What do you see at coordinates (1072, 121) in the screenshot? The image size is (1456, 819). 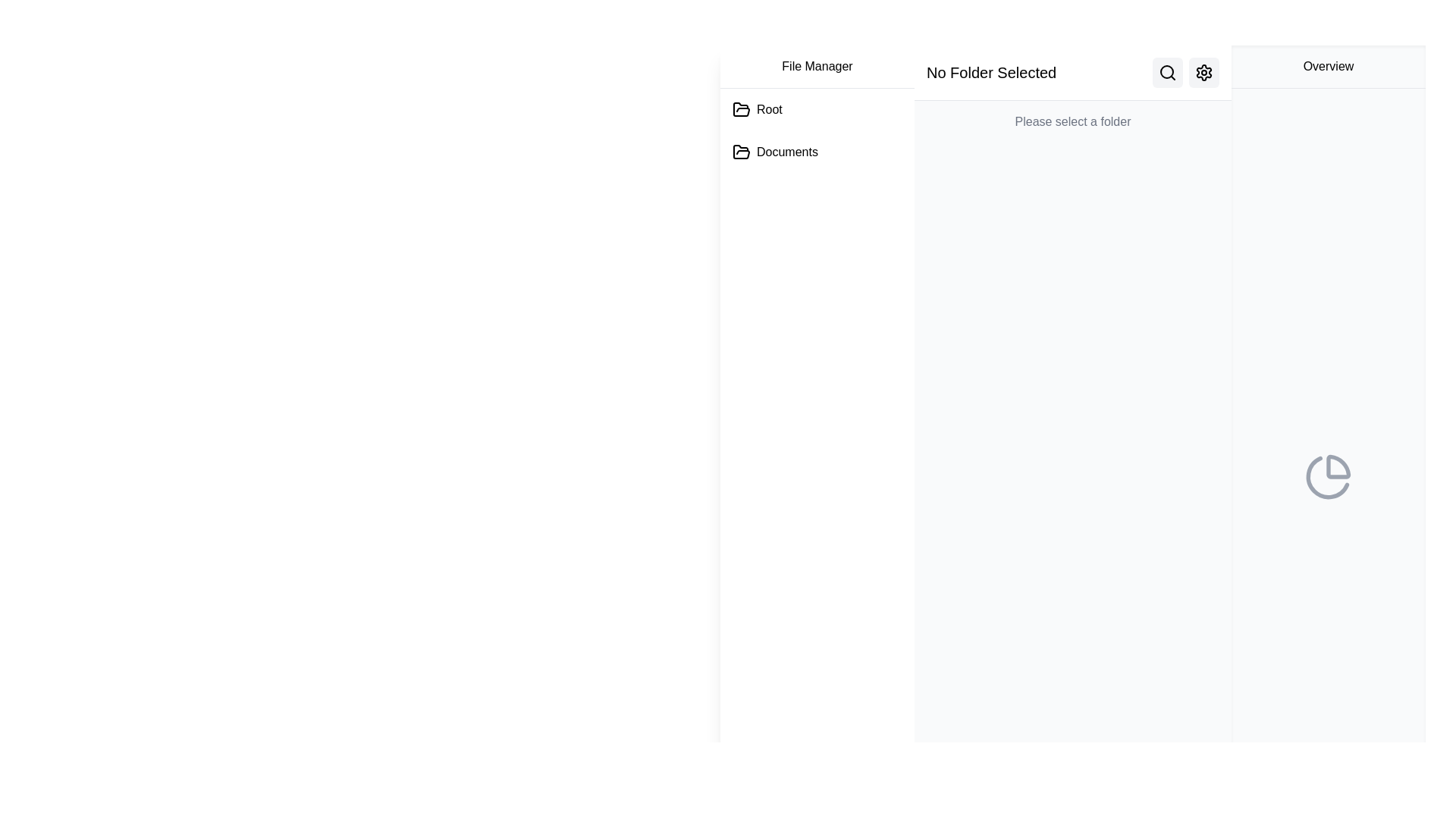 I see `the static text element that reads 'Please select a folder', which is styled in gray and located under the 'No Folder Selected' header` at bounding box center [1072, 121].